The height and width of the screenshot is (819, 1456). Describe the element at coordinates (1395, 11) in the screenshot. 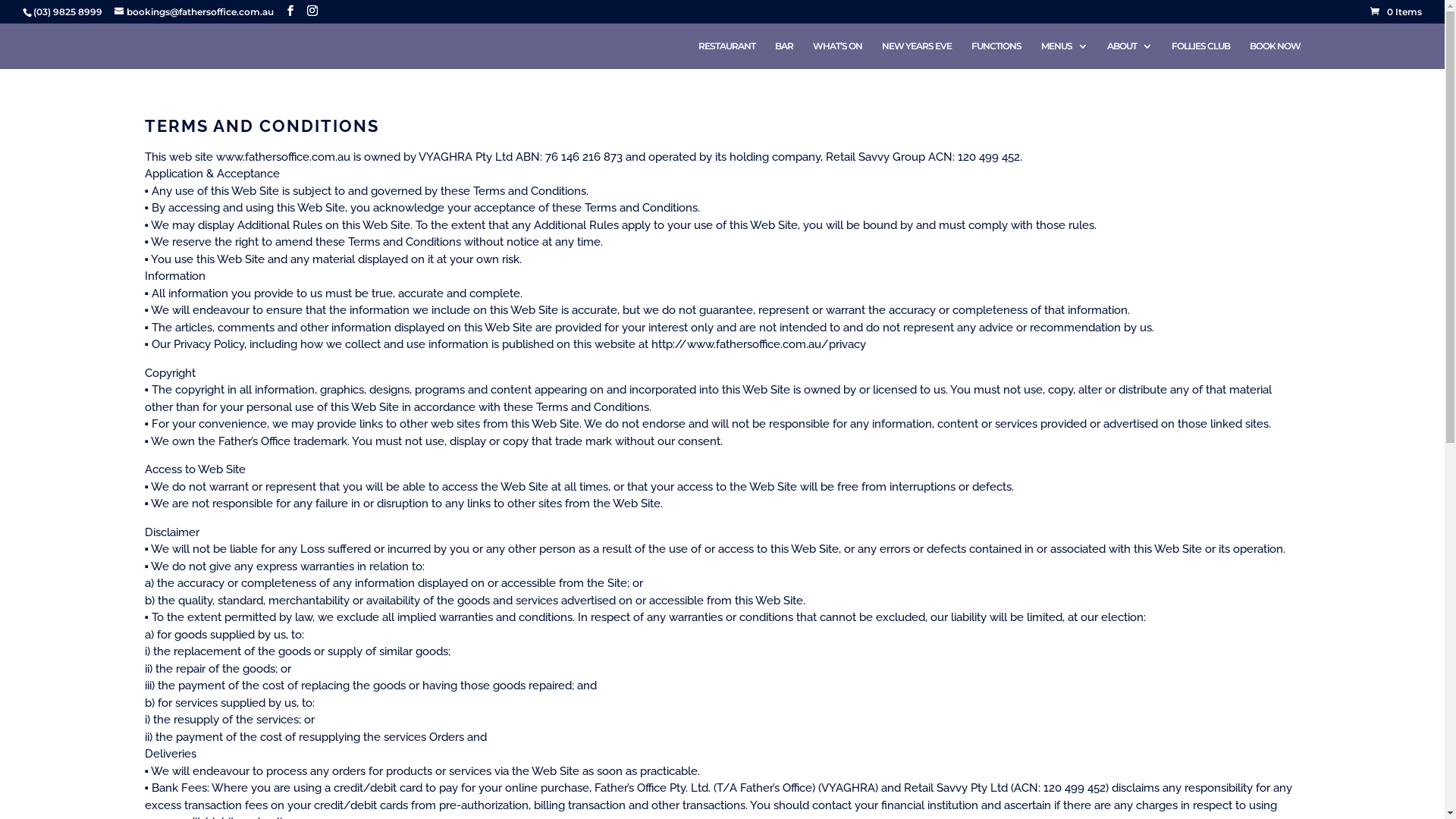

I see `'0 Items'` at that location.